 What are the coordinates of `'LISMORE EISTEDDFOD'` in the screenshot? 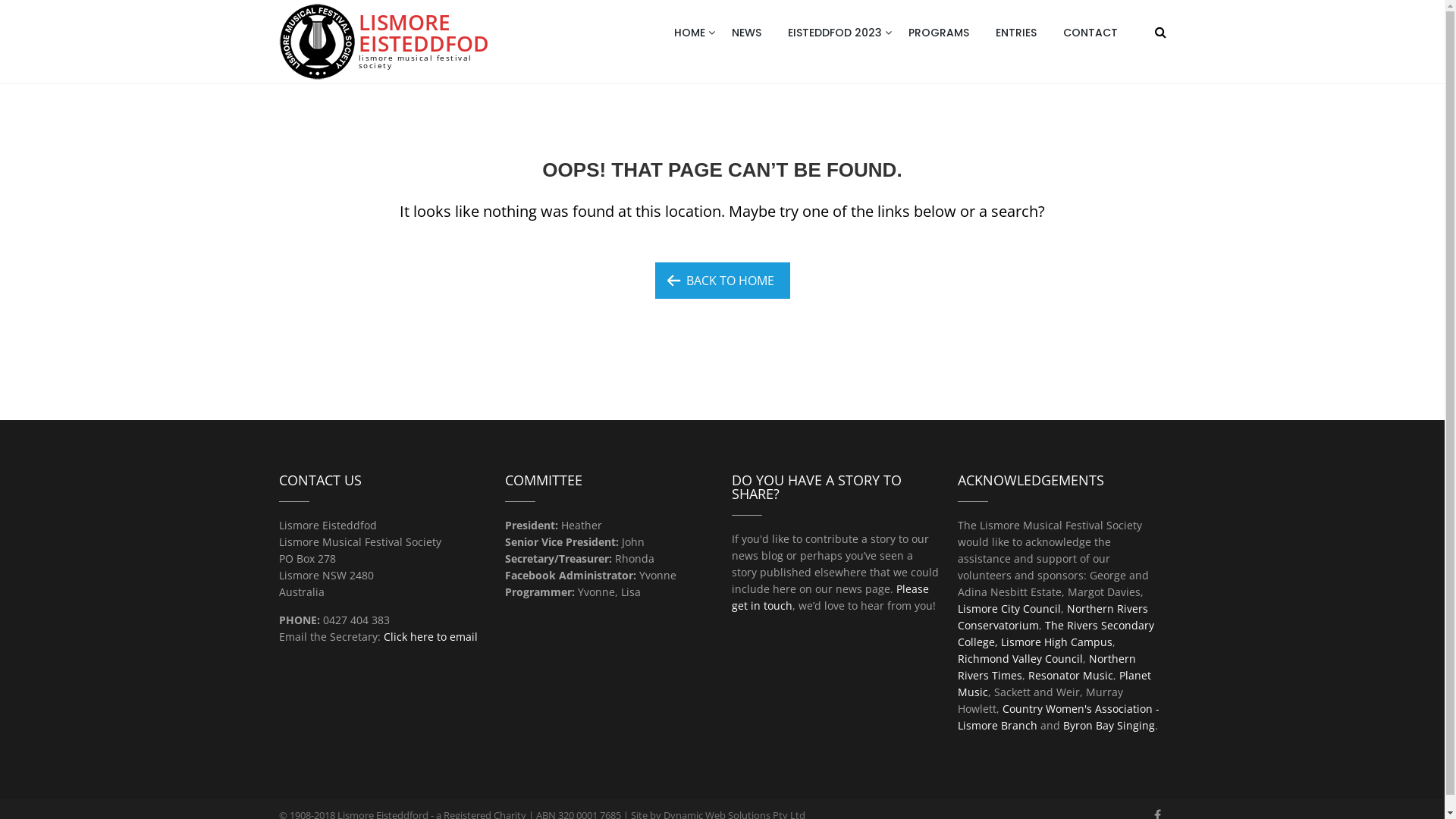 It's located at (422, 32).